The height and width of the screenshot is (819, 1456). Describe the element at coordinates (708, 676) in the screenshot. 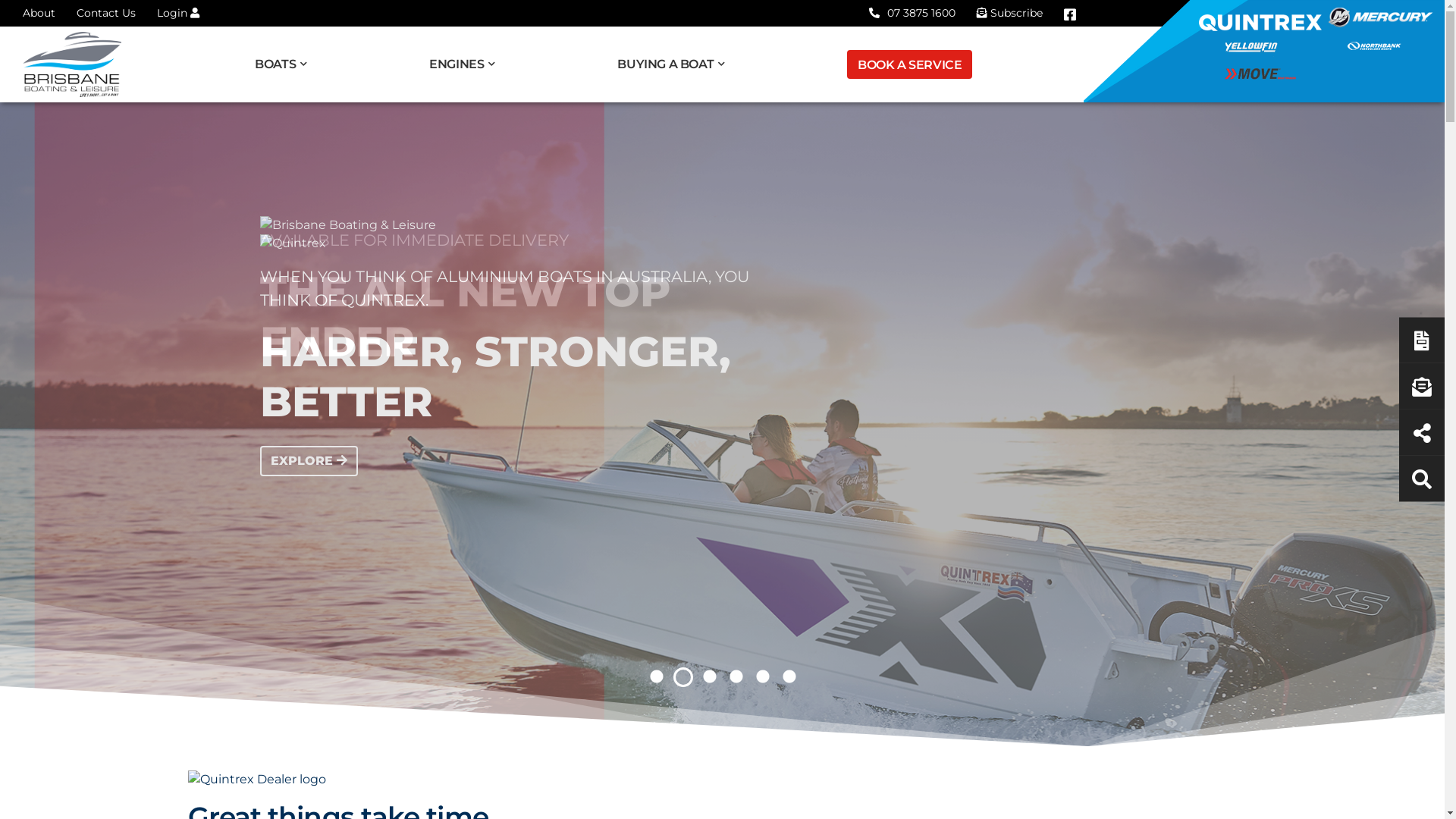

I see `'3'` at that location.